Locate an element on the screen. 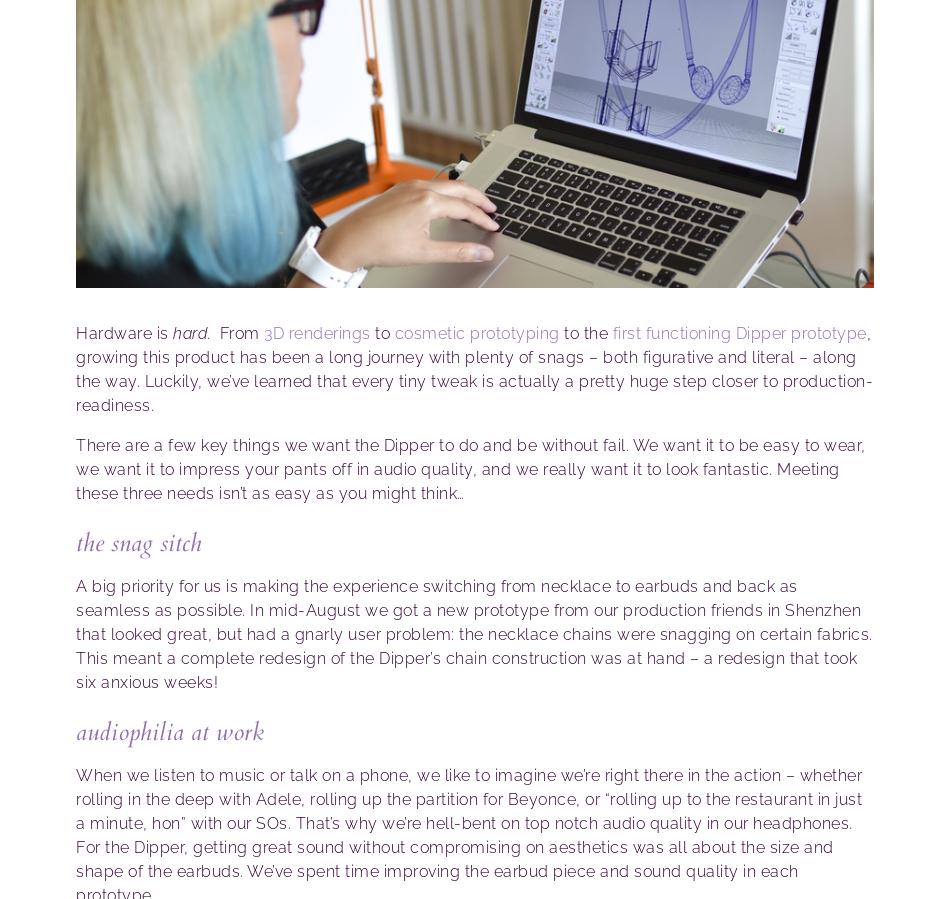 This screenshot has height=899, width=950. ', growing this product has been a long journey with plenty of snags – both figurative and literal – along the way. Luckily, we’ve learned that every tiny tweak is actually a pretty huge step closer to production-readiness.' is located at coordinates (76, 368).